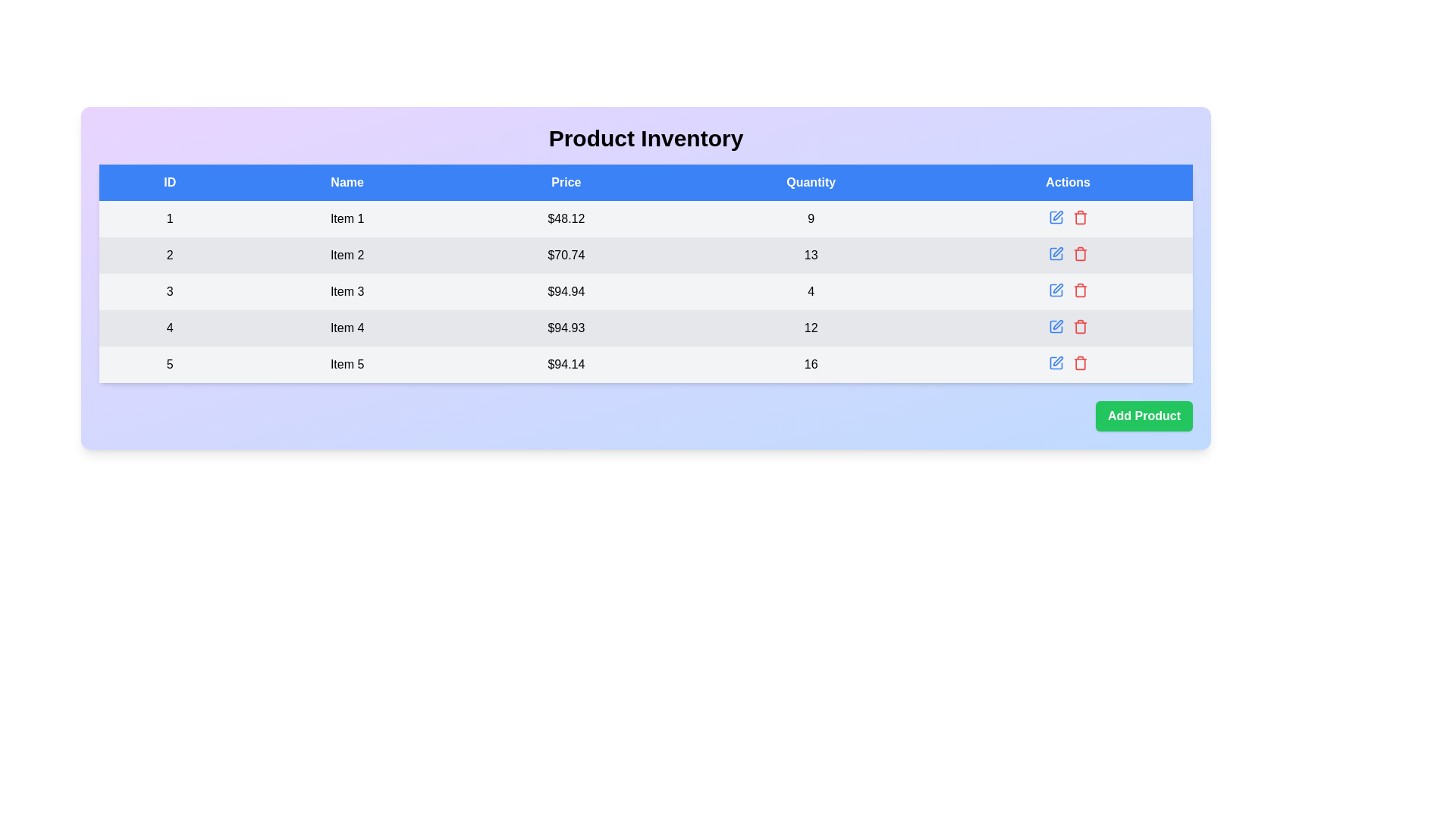 The width and height of the screenshot is (1456, 819). What do you see at coordinates (1079, 362) in the screenshot?
I see `the deletion icon located in the Actions column of the last row in the table to initiate the delete action` at bounding box center [1079, 362].